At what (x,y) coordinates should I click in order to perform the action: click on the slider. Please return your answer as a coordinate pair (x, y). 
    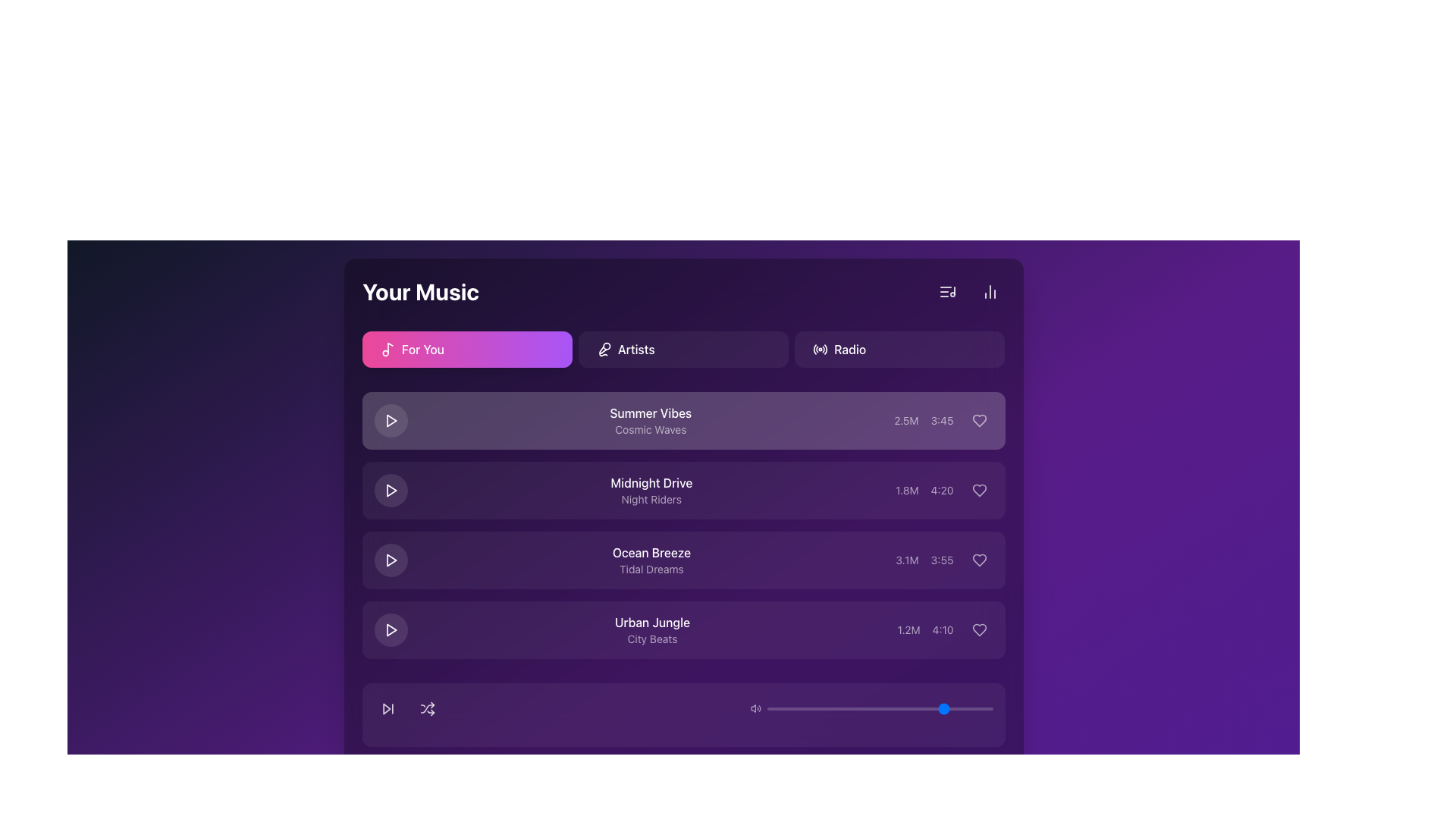
    Looking at the image, I should click on (774, 708).